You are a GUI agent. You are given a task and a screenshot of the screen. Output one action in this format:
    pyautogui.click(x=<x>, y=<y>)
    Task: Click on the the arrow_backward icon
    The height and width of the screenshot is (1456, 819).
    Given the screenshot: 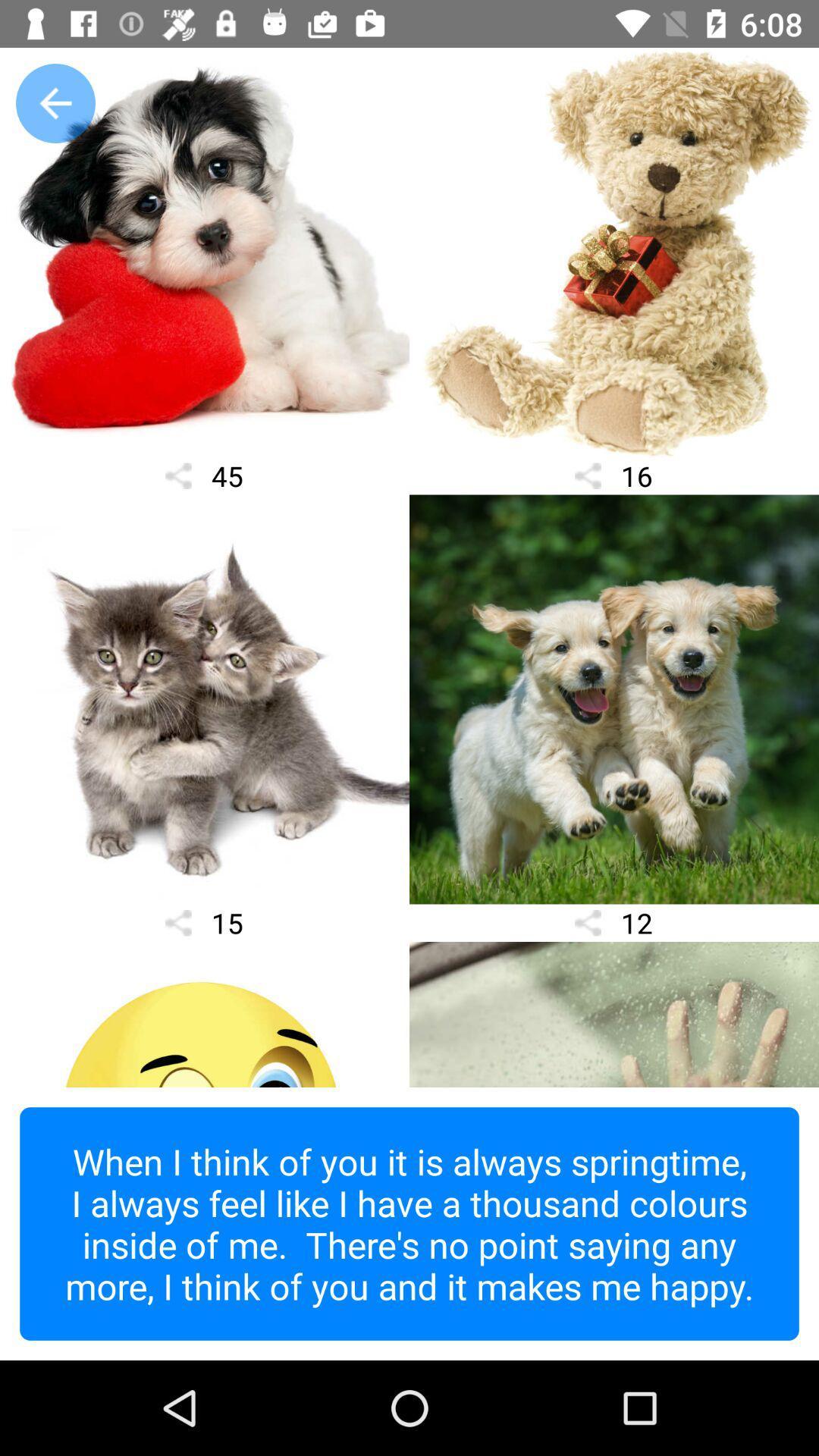 What is the action you would take?
    pyautogui.click(x=55, y=102)
    